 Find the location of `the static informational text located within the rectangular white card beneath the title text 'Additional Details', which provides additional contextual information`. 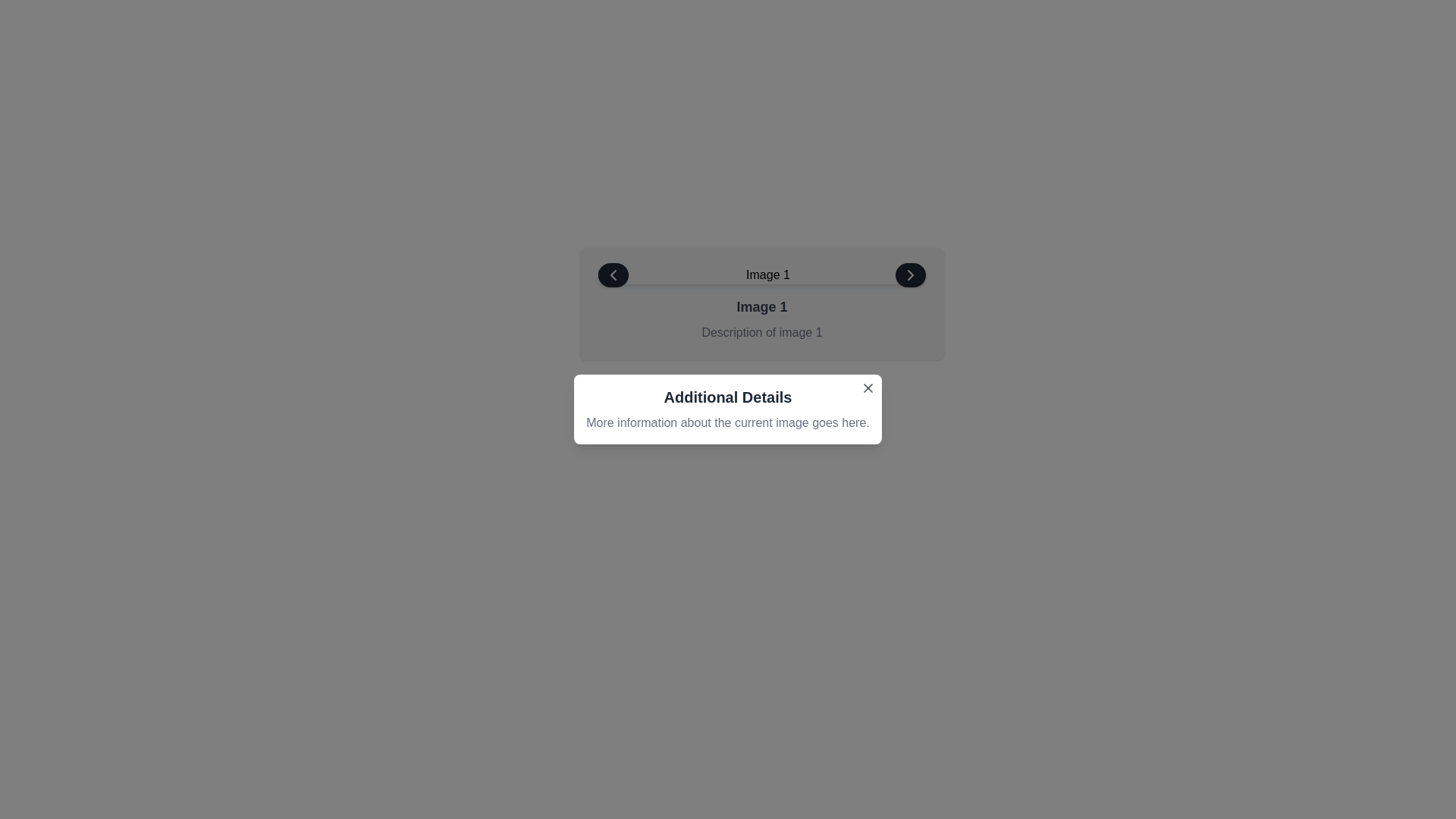

the static informational text located within the rectangular white card beneath the title text 'Additional Details', which provides additional contextual information is located at coordinates (728, 423).